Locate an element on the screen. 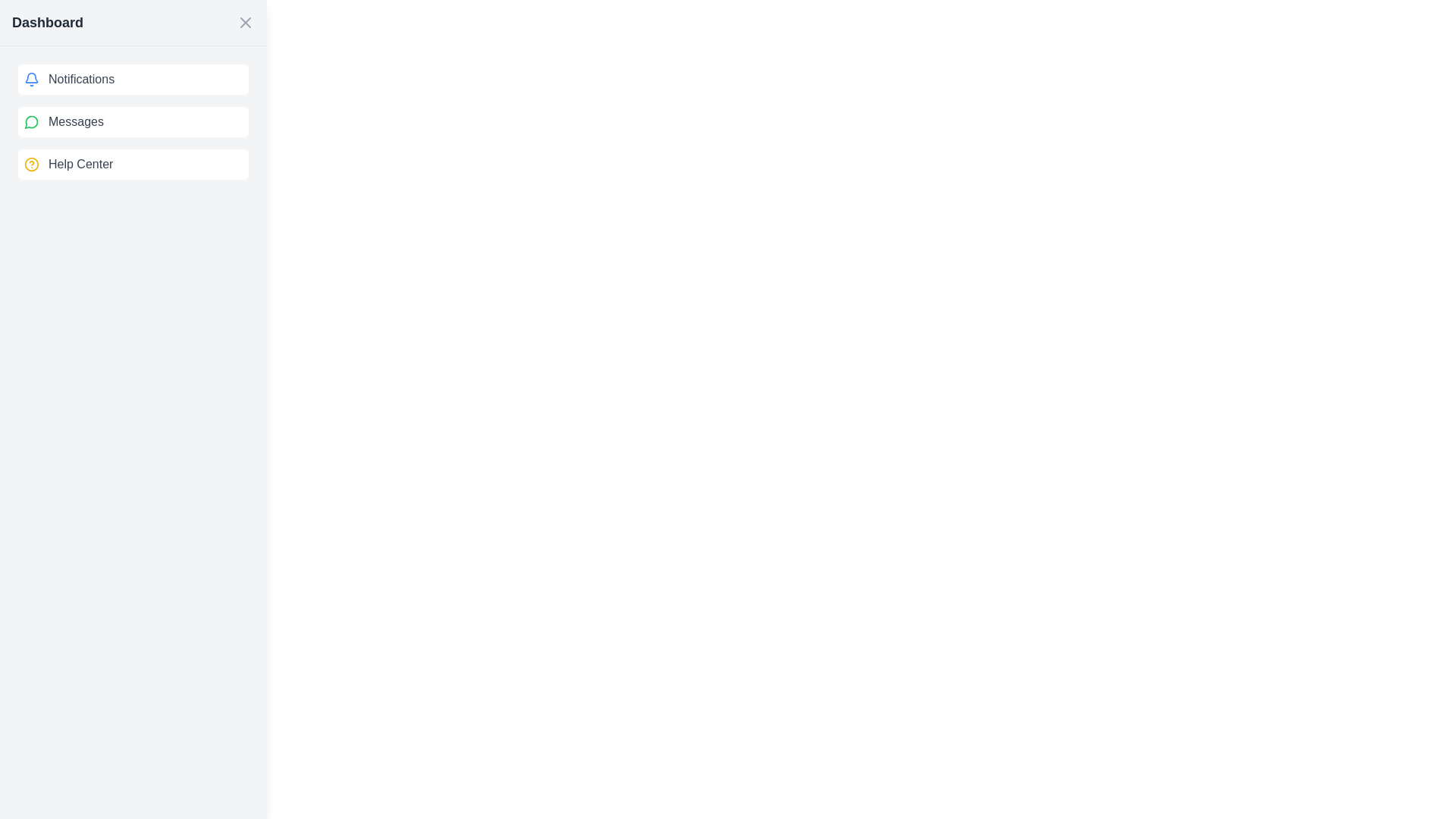 The height and width of the screenshot is (819, 1456). the 'Messages' icon, which is an SVG vector graphic styled as a message circle located in the navigation sidebar, to the left of its text label is located at coordinates (32, 121).